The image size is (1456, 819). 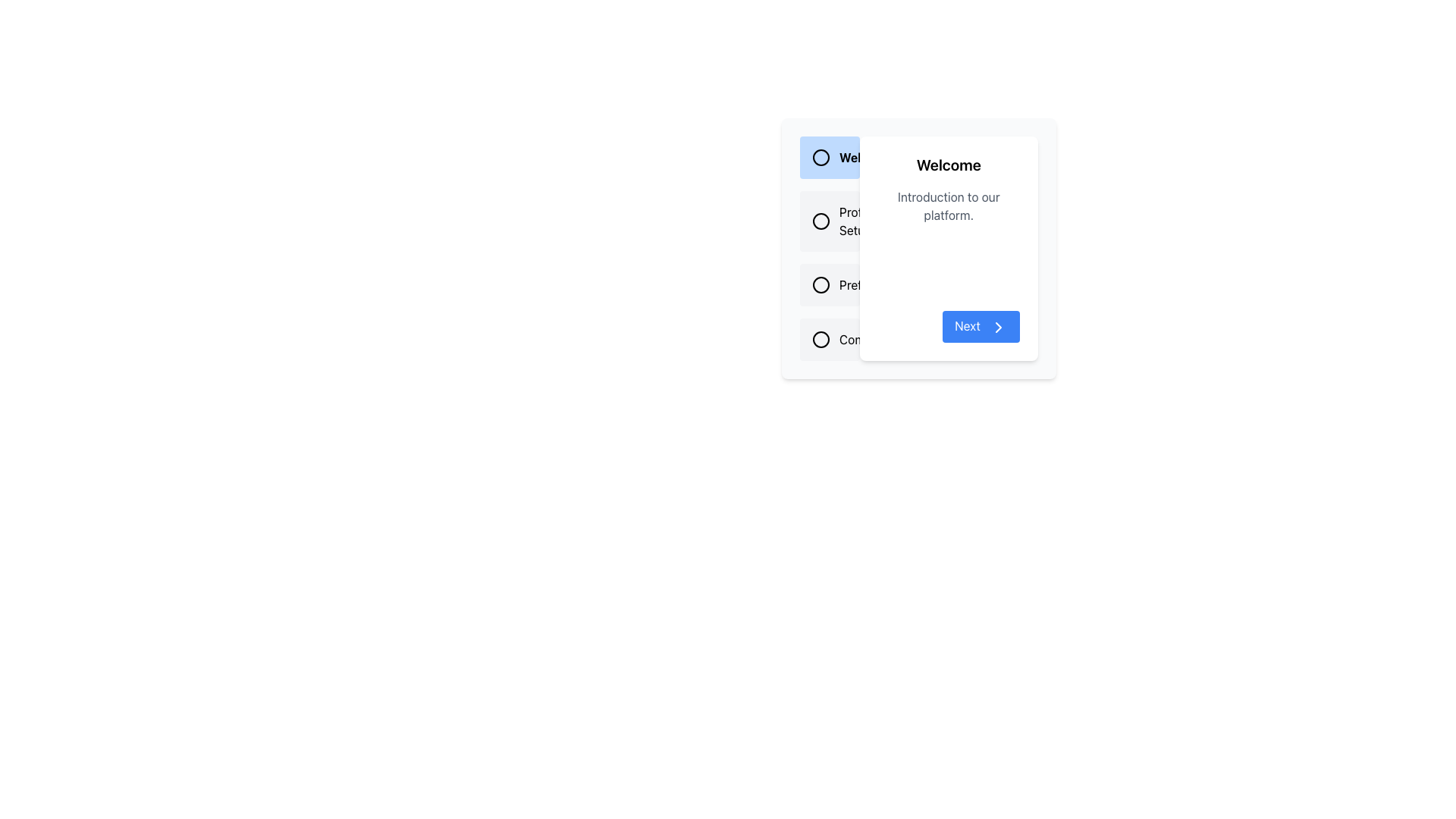 What do you see at coordinates (821, 158) in the screenshot?
I see `the indicator icon located next to the 'Welcome' section, positioned at the top-left corner of its list` at bounding box center [821, 158].